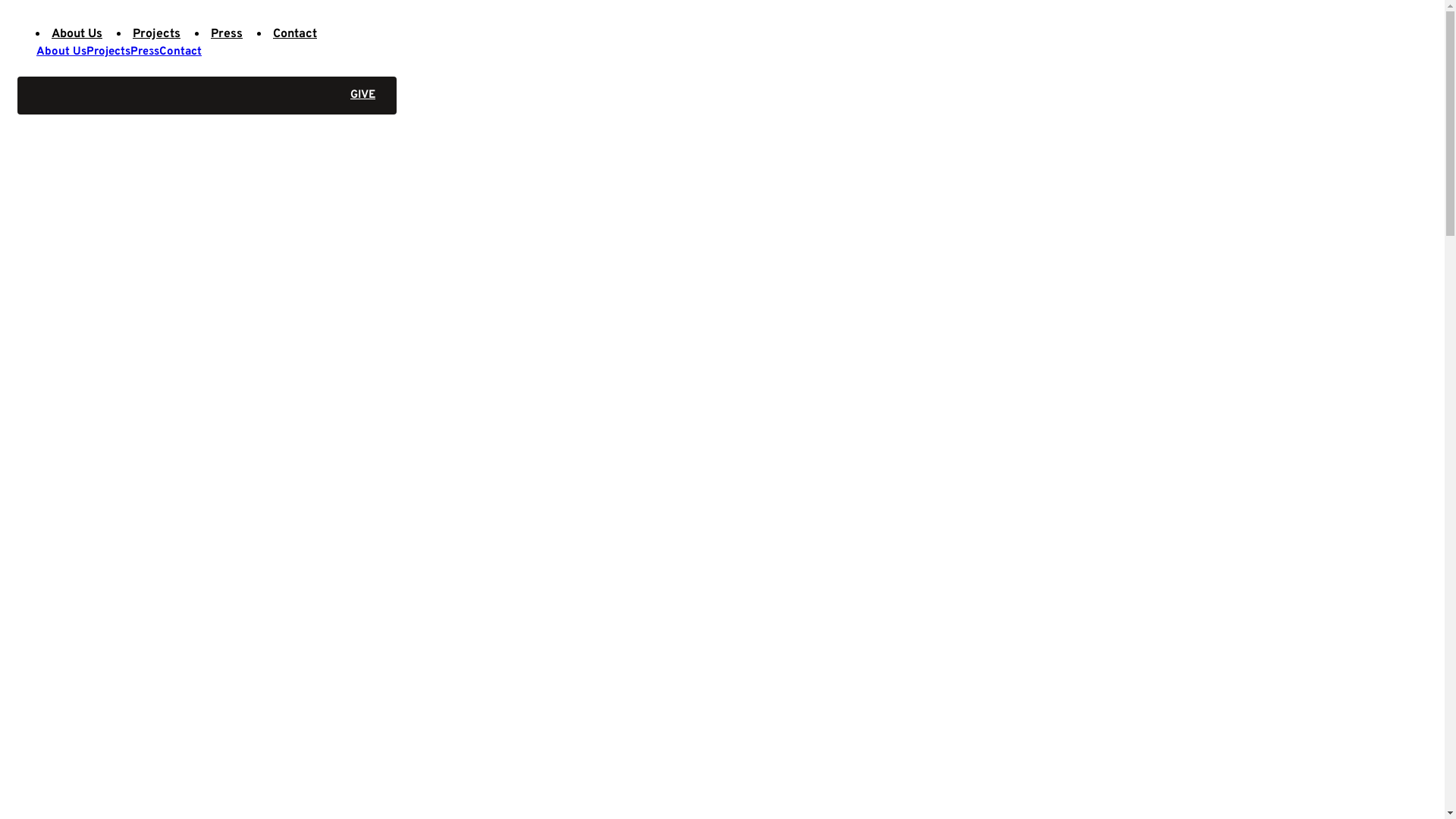 The width and height of the screenshot is (1456, 819). Describe the element at coordinates (294, 34) in the screenshot. I see `'Contact'` at that location.